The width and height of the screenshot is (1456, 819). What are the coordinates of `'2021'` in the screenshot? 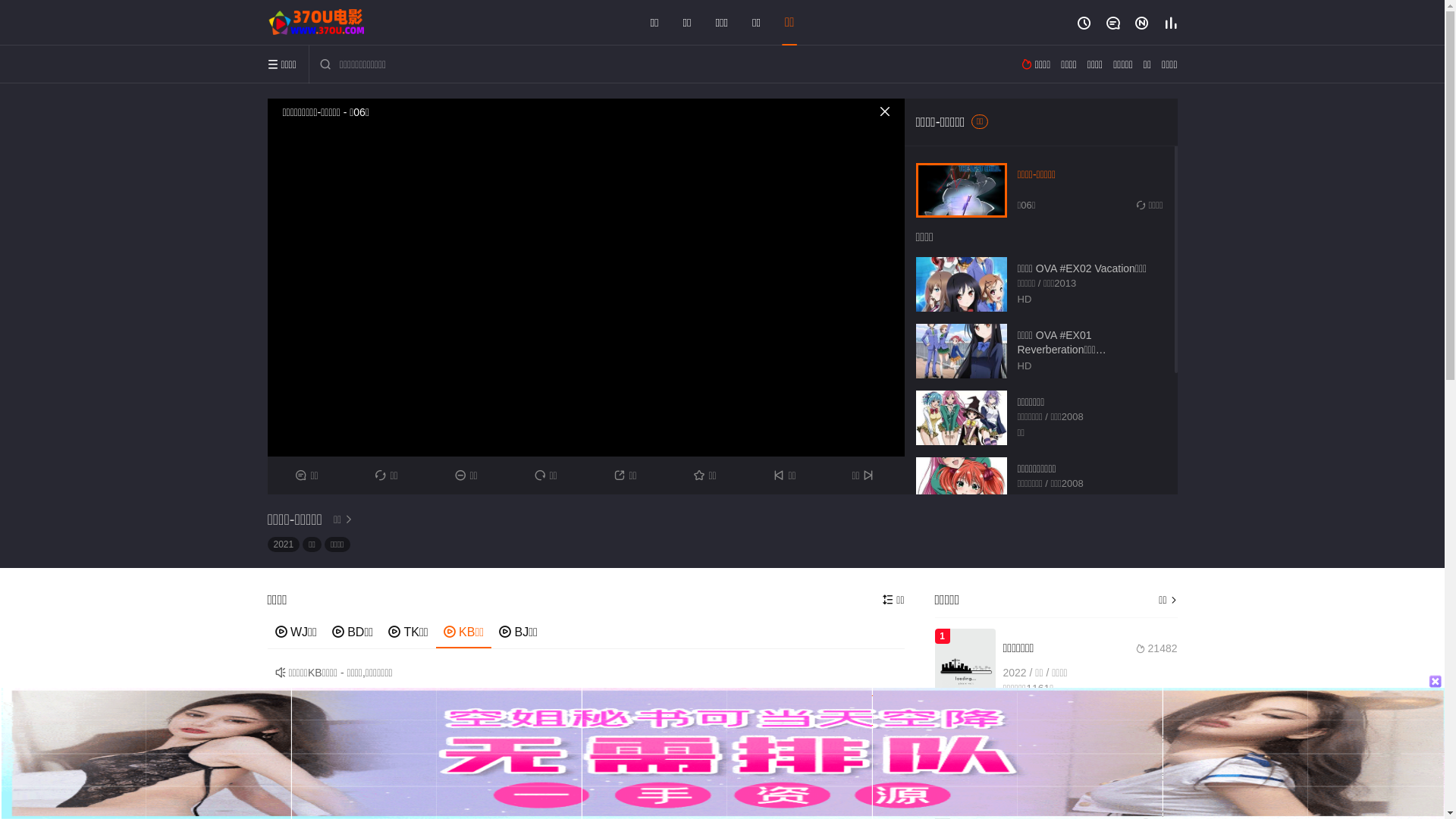 It's located at (283, 543).